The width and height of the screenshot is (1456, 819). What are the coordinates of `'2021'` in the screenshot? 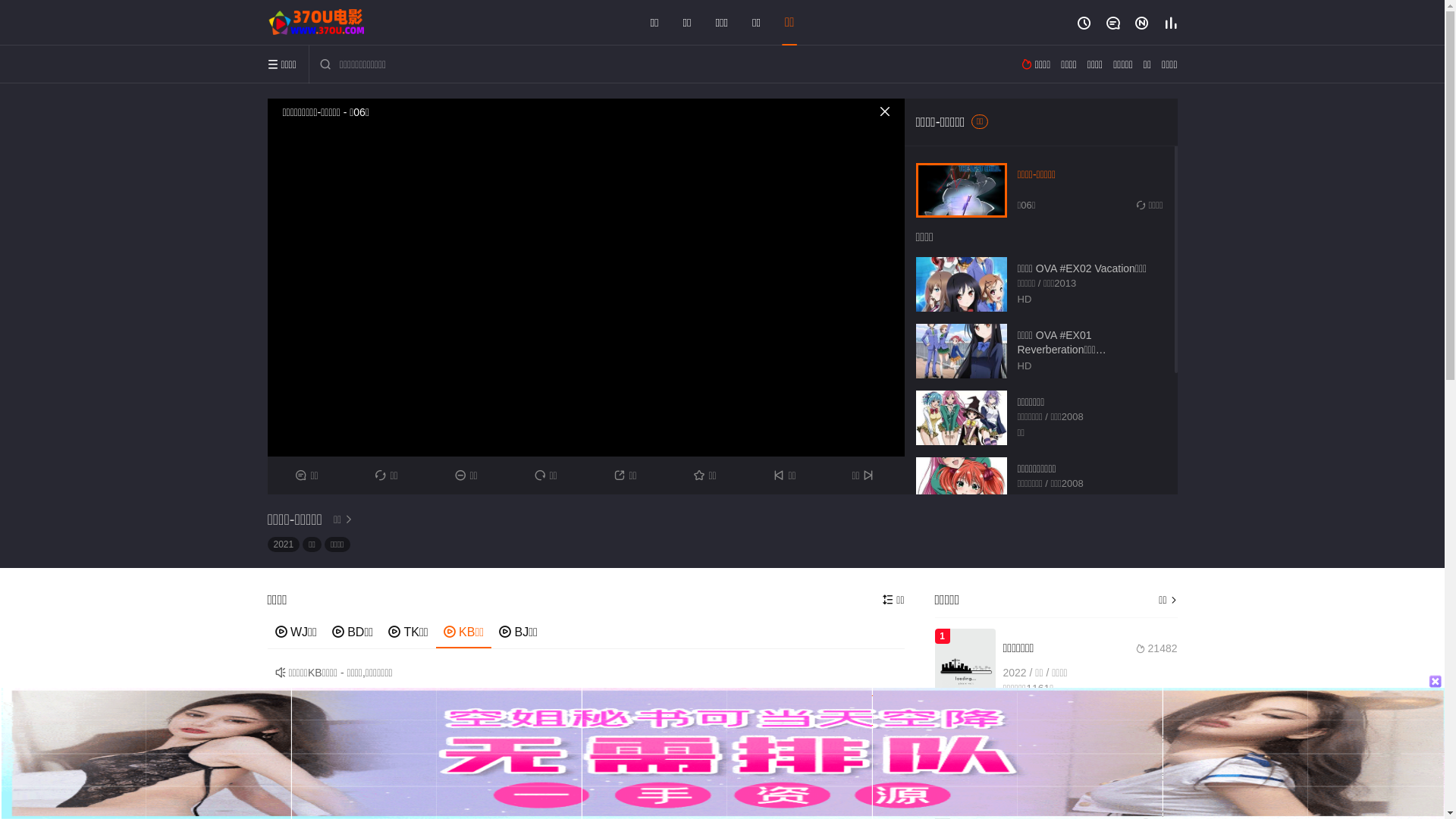 It's located at (283, 543).